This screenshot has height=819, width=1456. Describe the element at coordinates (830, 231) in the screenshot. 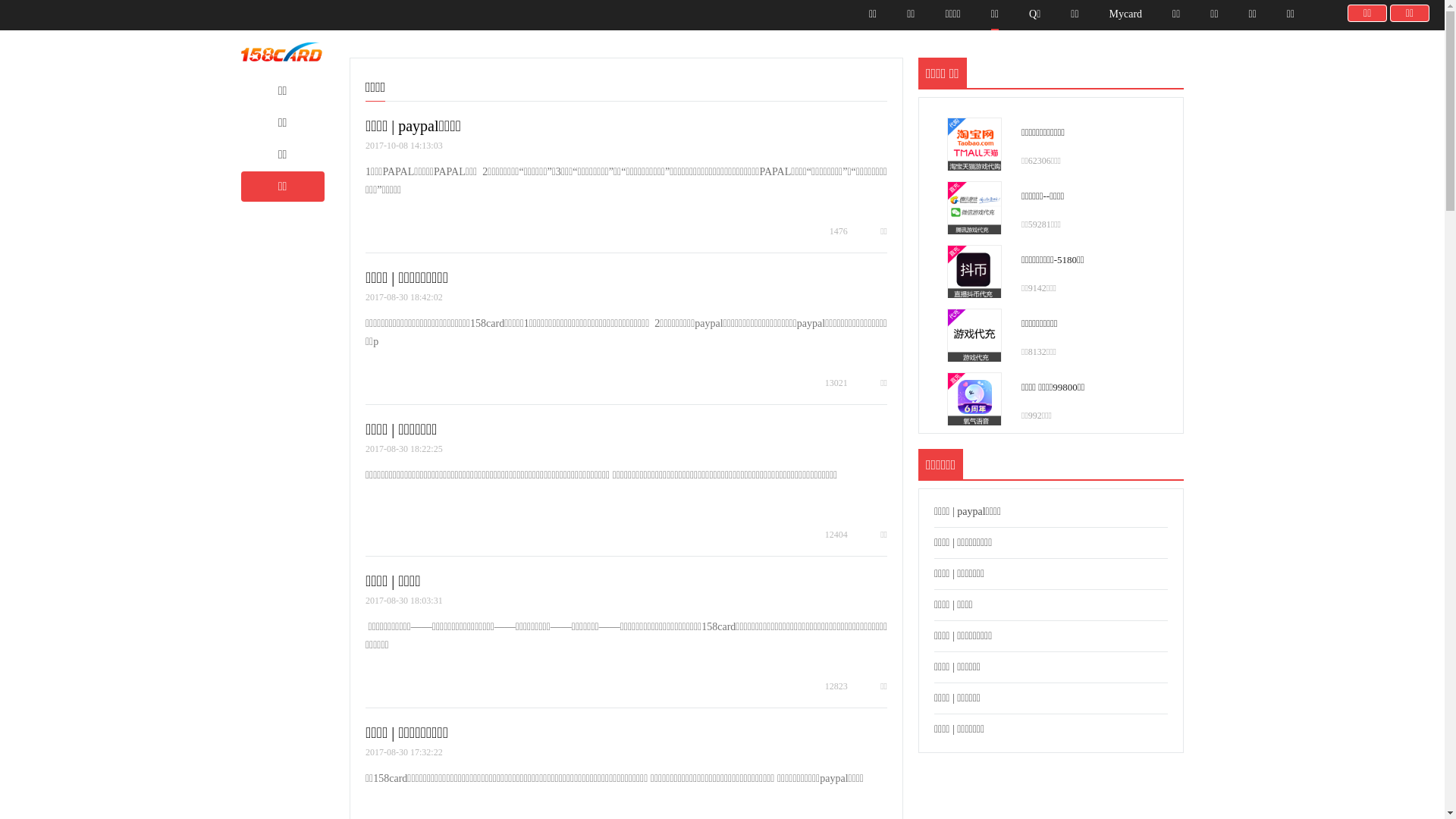

I see `'1476'` at that location.